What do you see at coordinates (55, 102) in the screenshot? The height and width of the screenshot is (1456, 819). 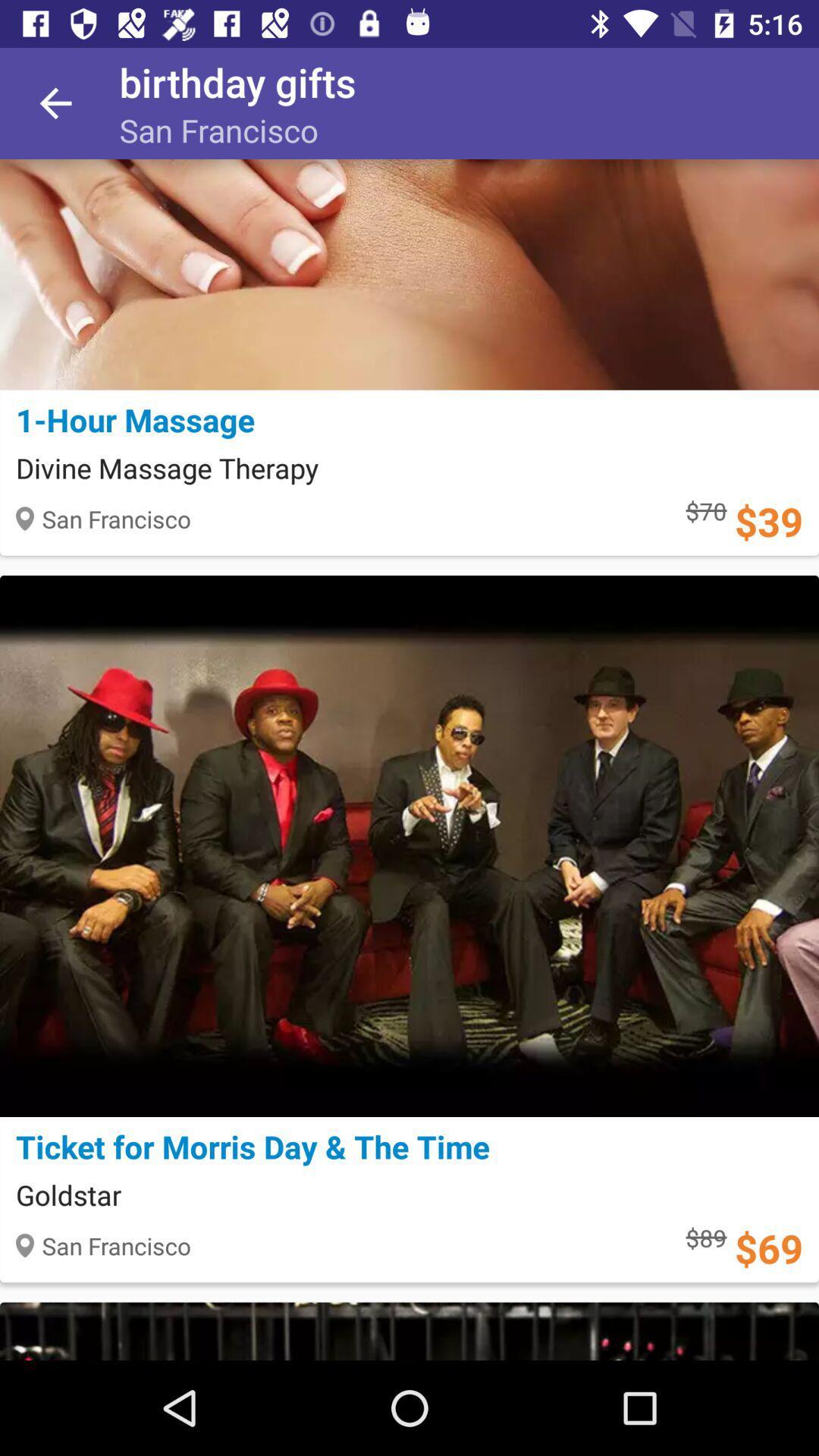 I see `the item next to birthday gifts icon` at bounding box center [55, 102].